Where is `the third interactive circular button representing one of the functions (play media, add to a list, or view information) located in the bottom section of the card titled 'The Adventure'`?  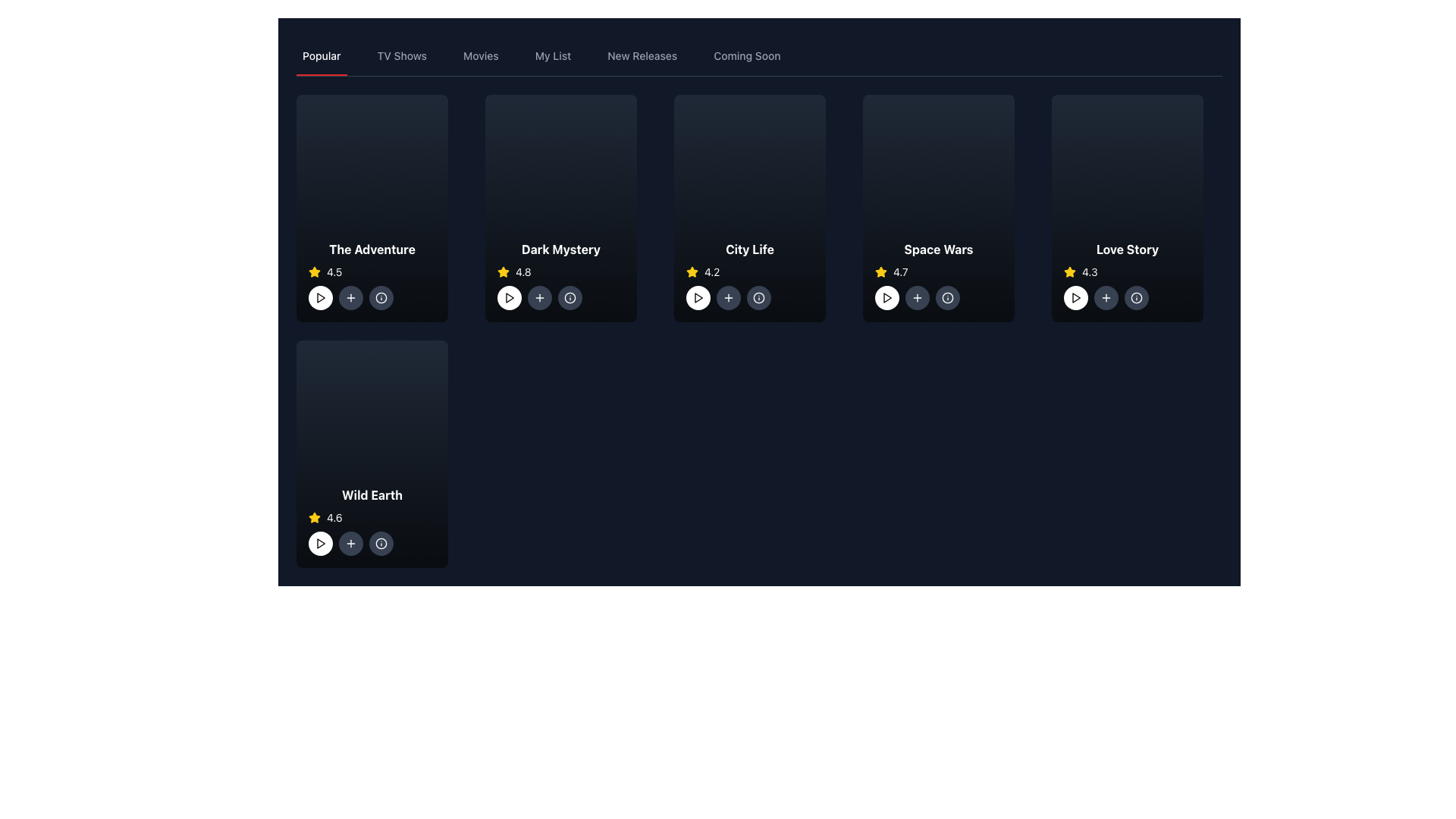
the third interactive circular button representing one of the functions (play media, add to a list, or view information) located in the bottom section of the card titled 'The Adventure' is located at coordinates (372, 298).